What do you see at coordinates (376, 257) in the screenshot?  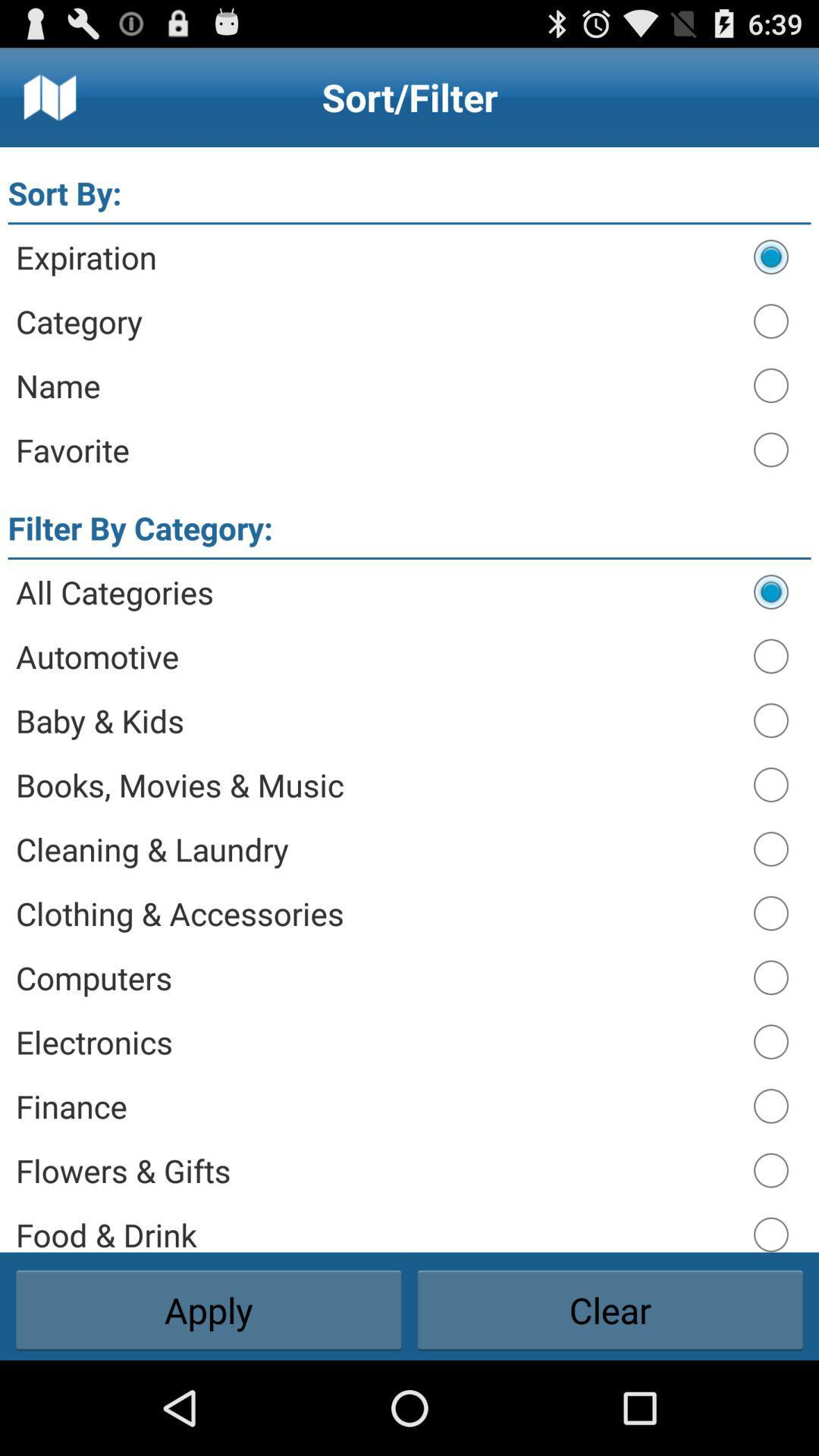 I see `app above the category icon` at bounding box center [376, 257].